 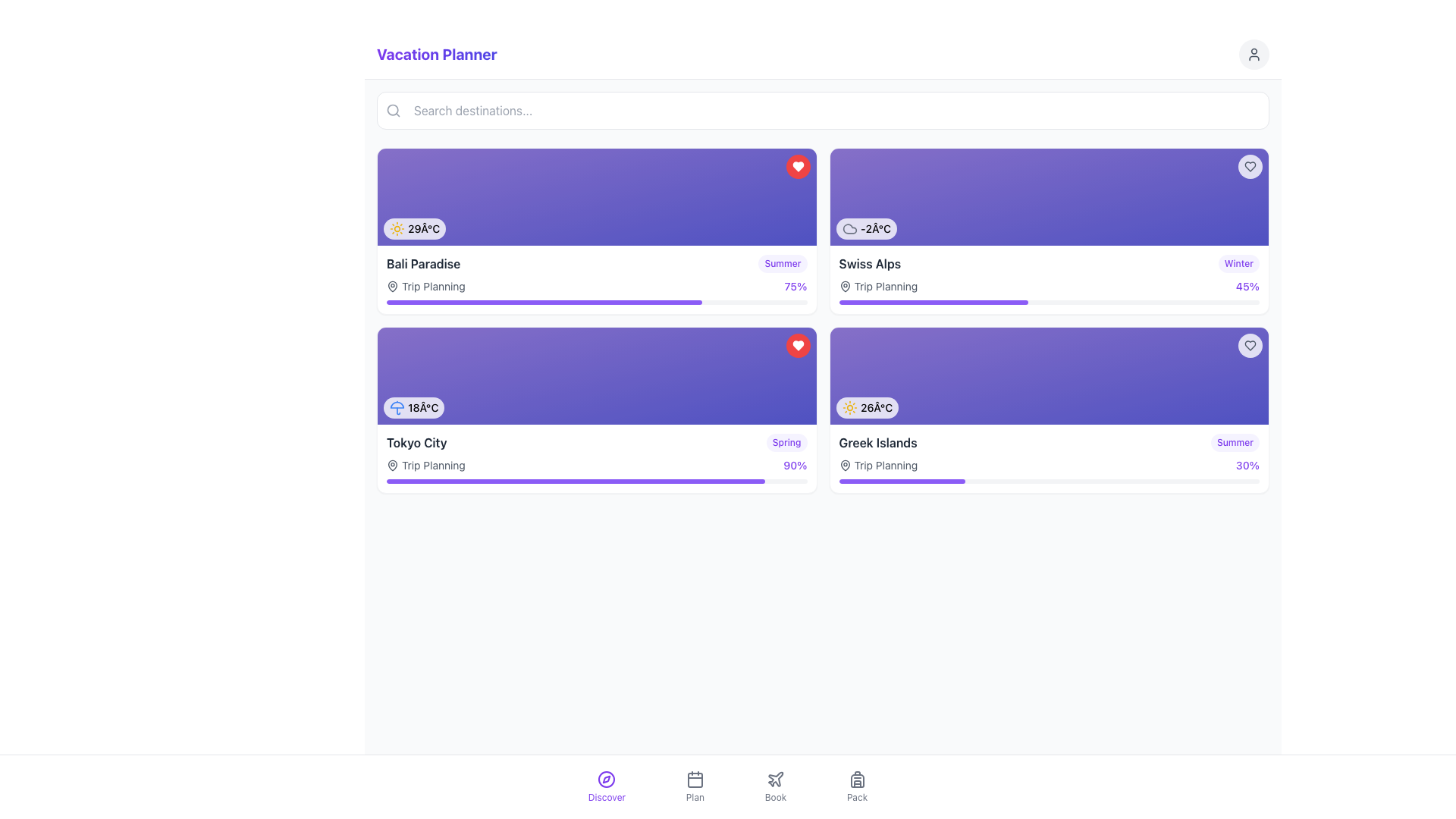 I want to click on the circular button with a light gray background and a user profile silhouette icon located at the top-right corner of the navigation bar, so click(x=1254, y=54).